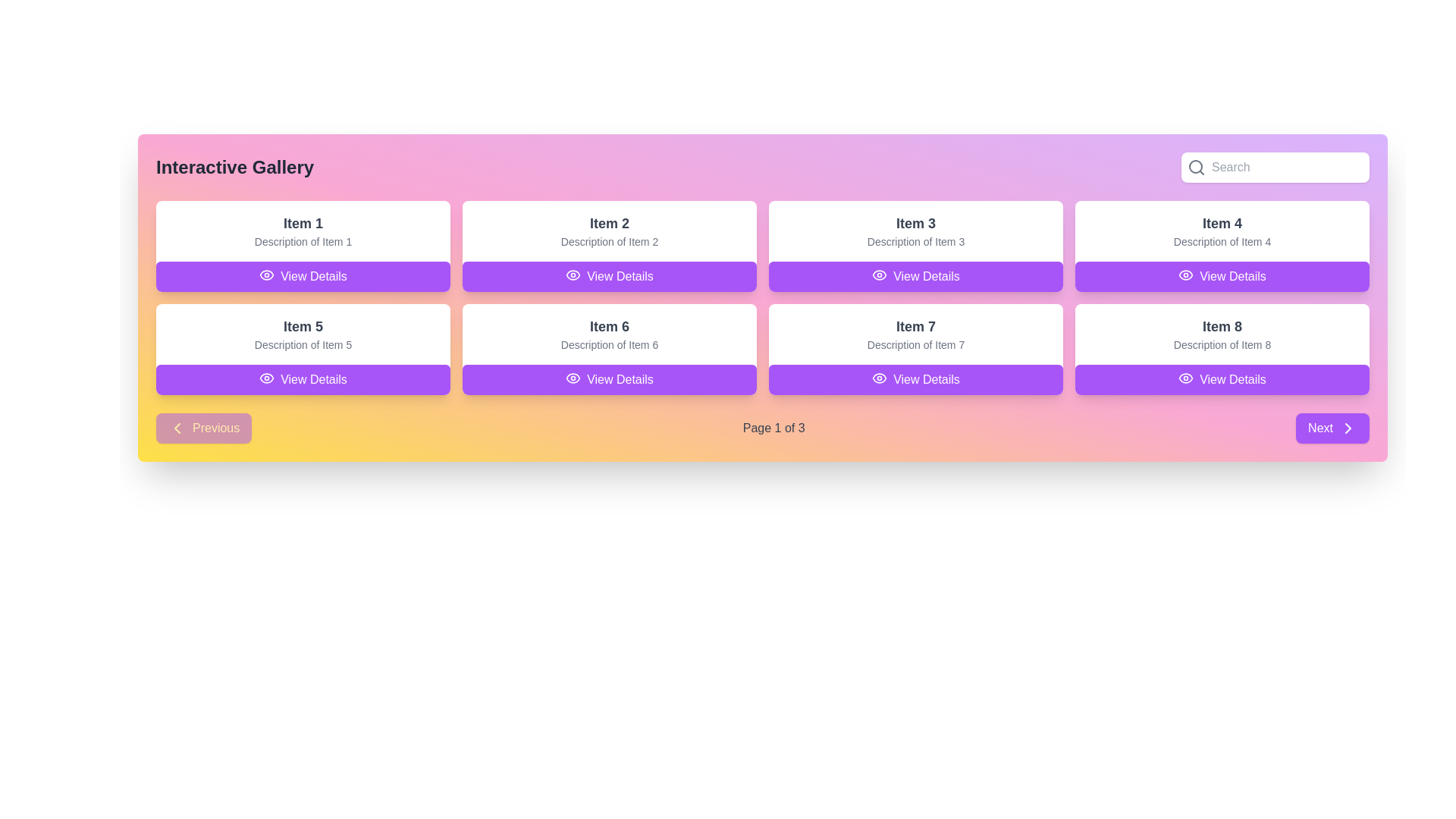 This screenshot has width=1456, height=819. Describe the element at coordinates (303, 333) in the screenshot. I see `the content block displaying 'Item 5' and its description by moving the mouse to its center` at that location.